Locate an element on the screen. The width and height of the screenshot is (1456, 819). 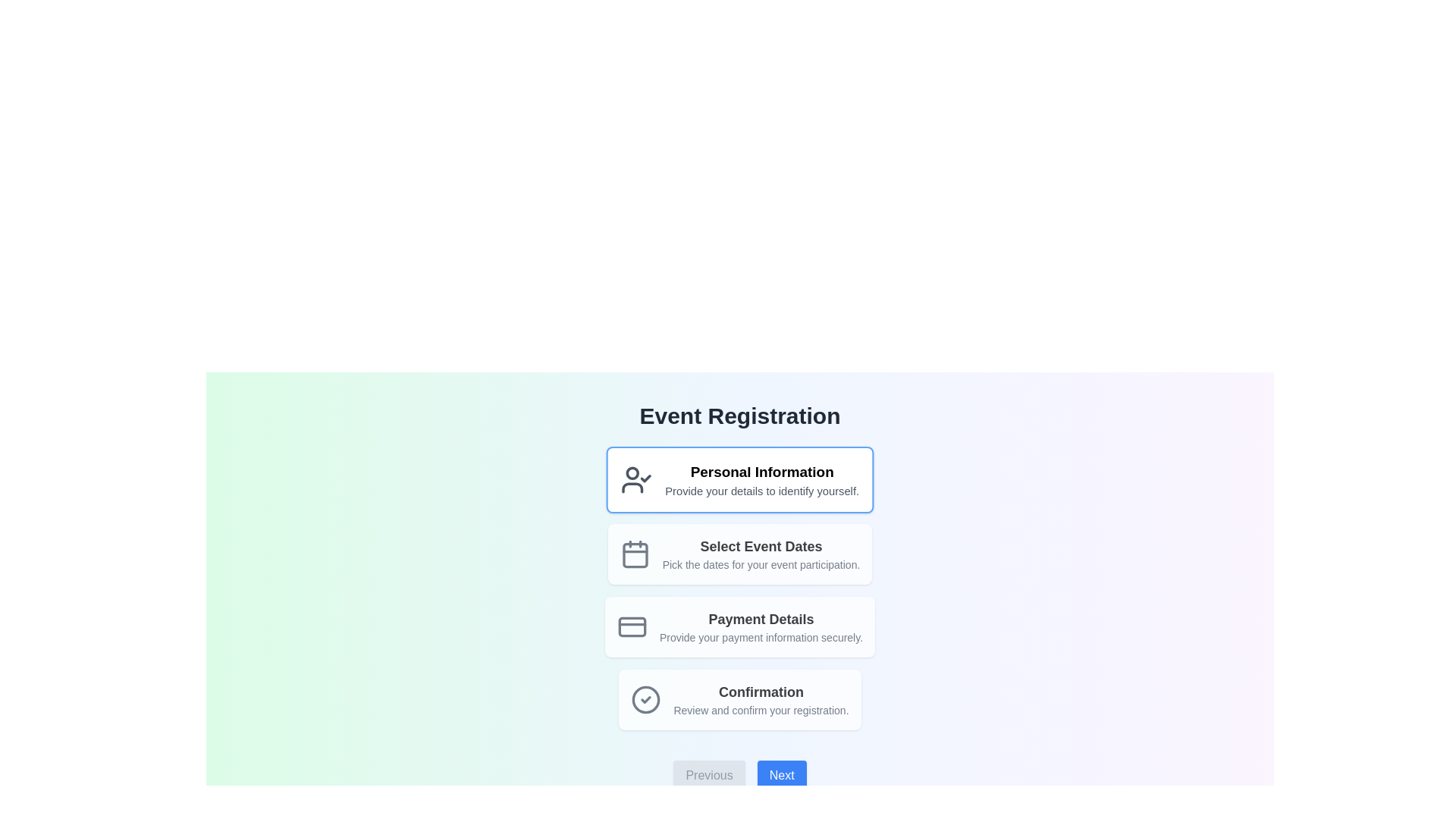
the header element that serves as a title and description for entering personal information in the event registration section, located at the top of the vertical list of options is located at coordinates (762, 479).